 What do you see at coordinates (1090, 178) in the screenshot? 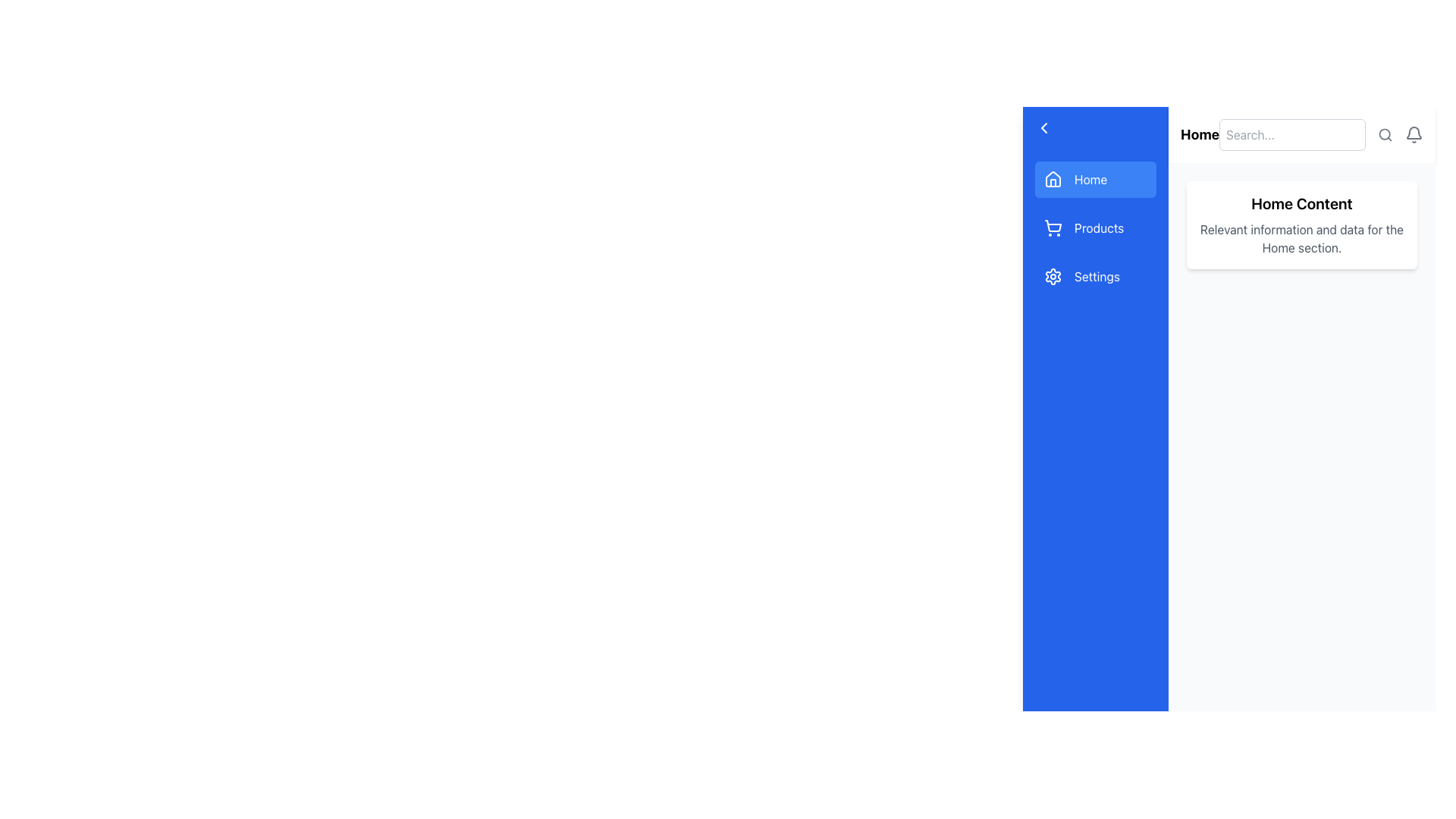
I see `the 'Home' Text Label located in the blue sidebar menu` at bounding box center [1090, 178].